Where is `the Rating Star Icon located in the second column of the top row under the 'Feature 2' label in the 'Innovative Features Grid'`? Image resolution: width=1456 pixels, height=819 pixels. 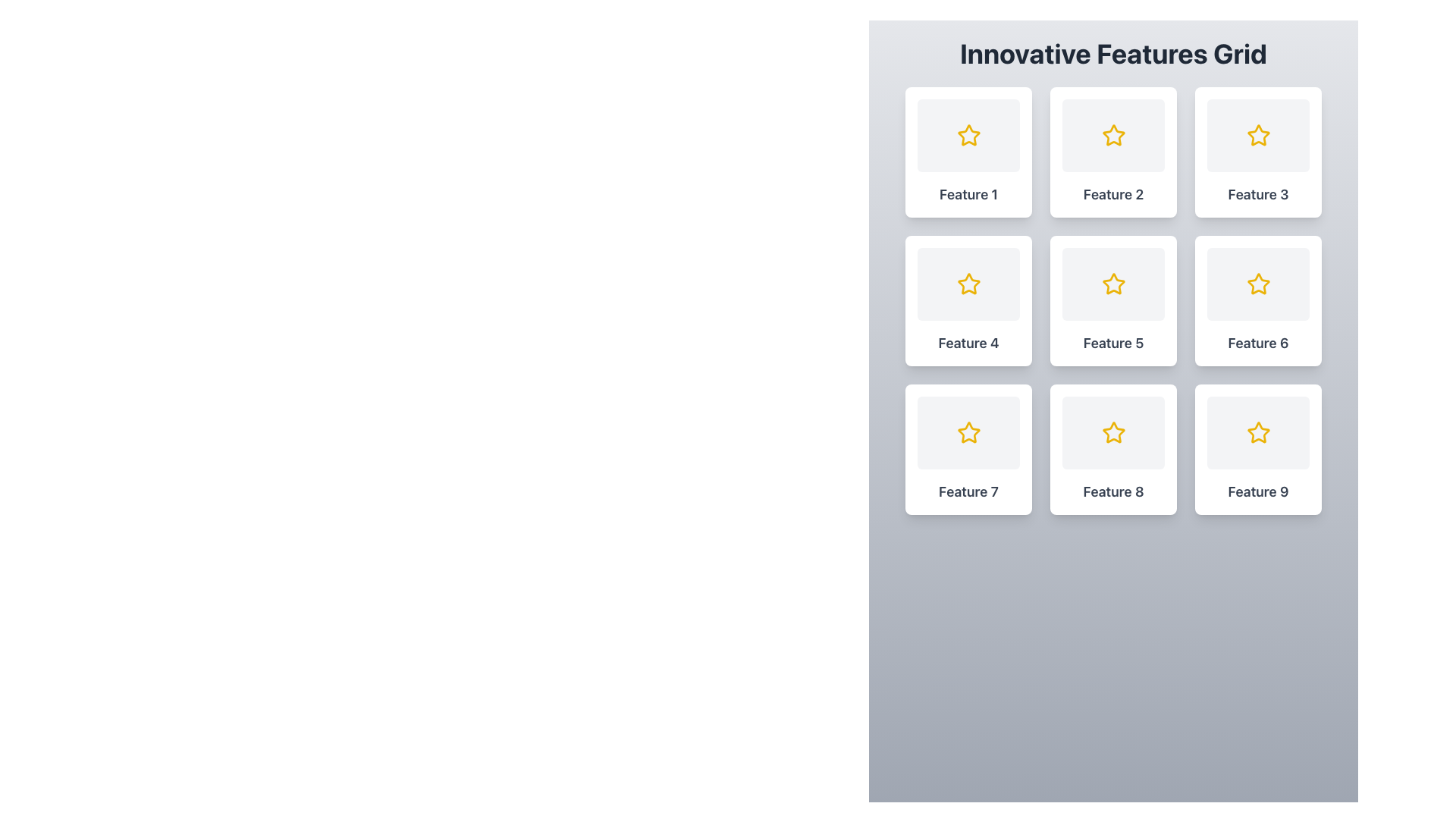
the Rating Star Icon located in the second column of the top row under the 'Feature 2' label in the 'Innovative Features Grid' is located at coordinates (1113, 134).